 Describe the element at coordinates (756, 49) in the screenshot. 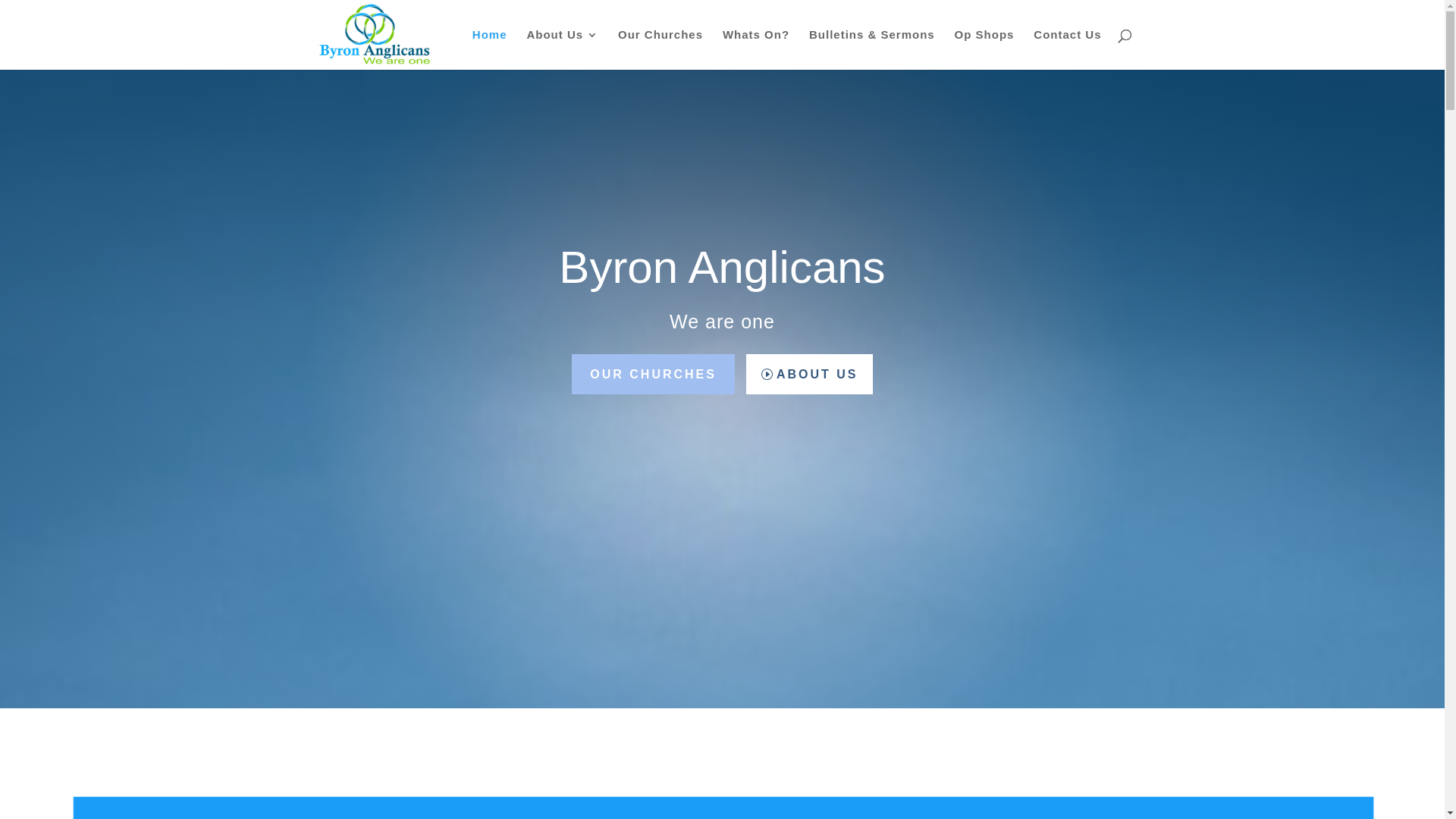

I see `'Whats On?'` at that location.